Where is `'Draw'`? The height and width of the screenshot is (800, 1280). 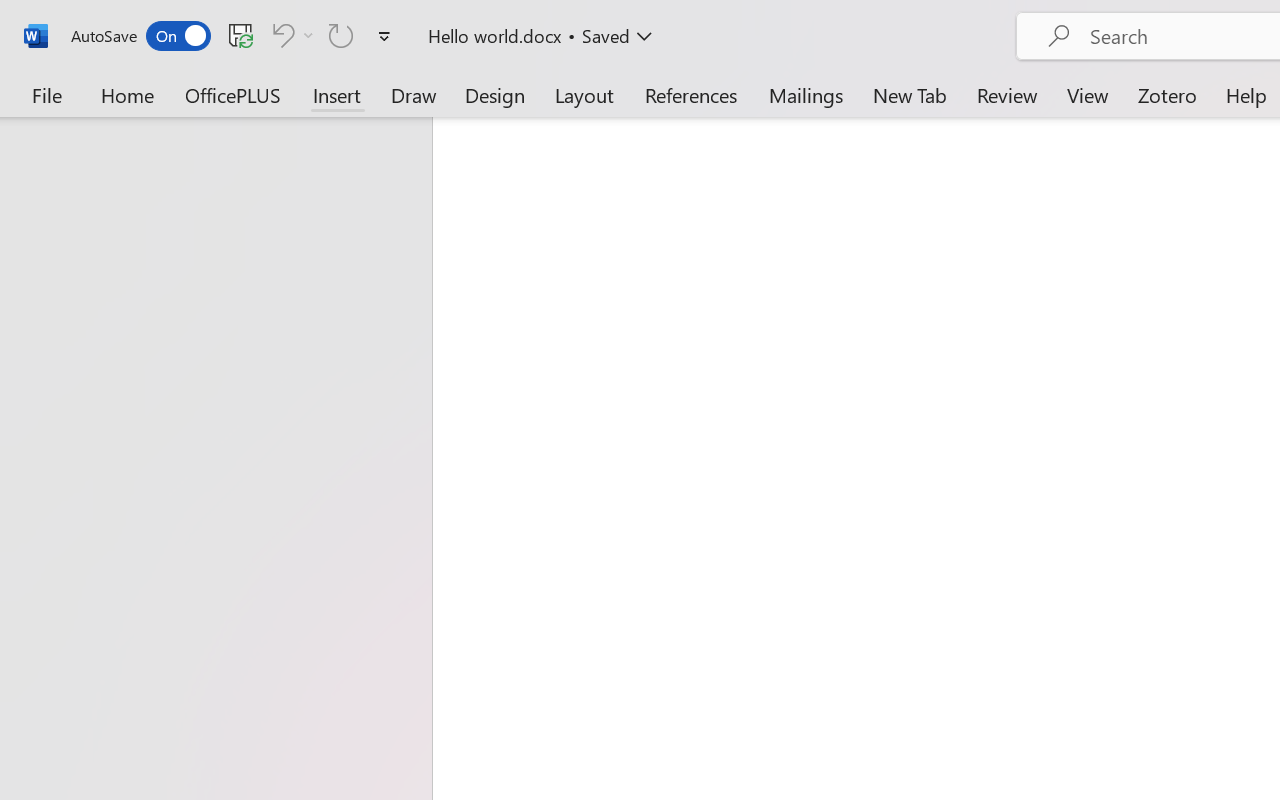
'Draw' is located at coordinates (413, 94).